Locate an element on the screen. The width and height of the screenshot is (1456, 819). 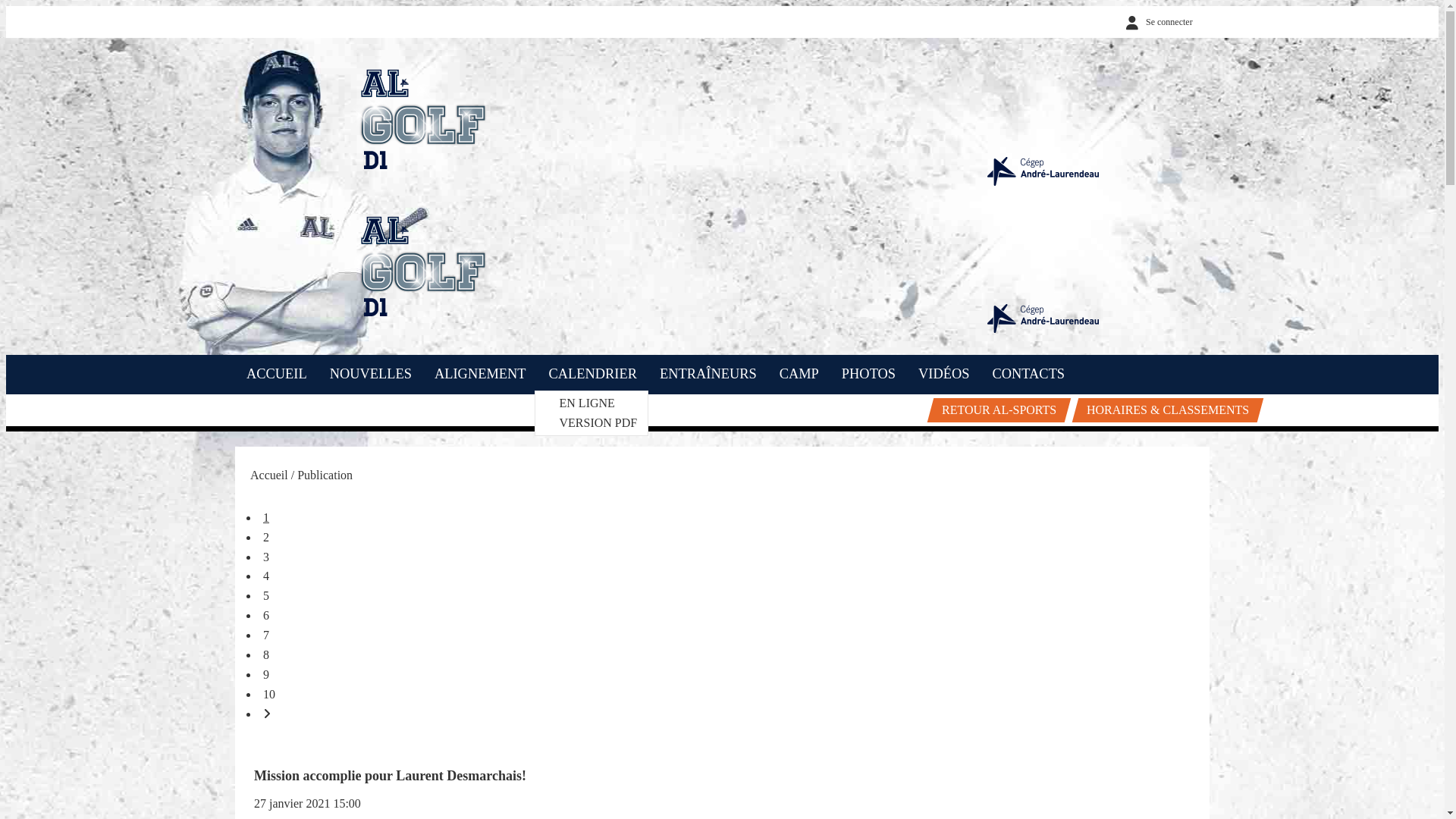
'8' is located at coordinates (265, 654).